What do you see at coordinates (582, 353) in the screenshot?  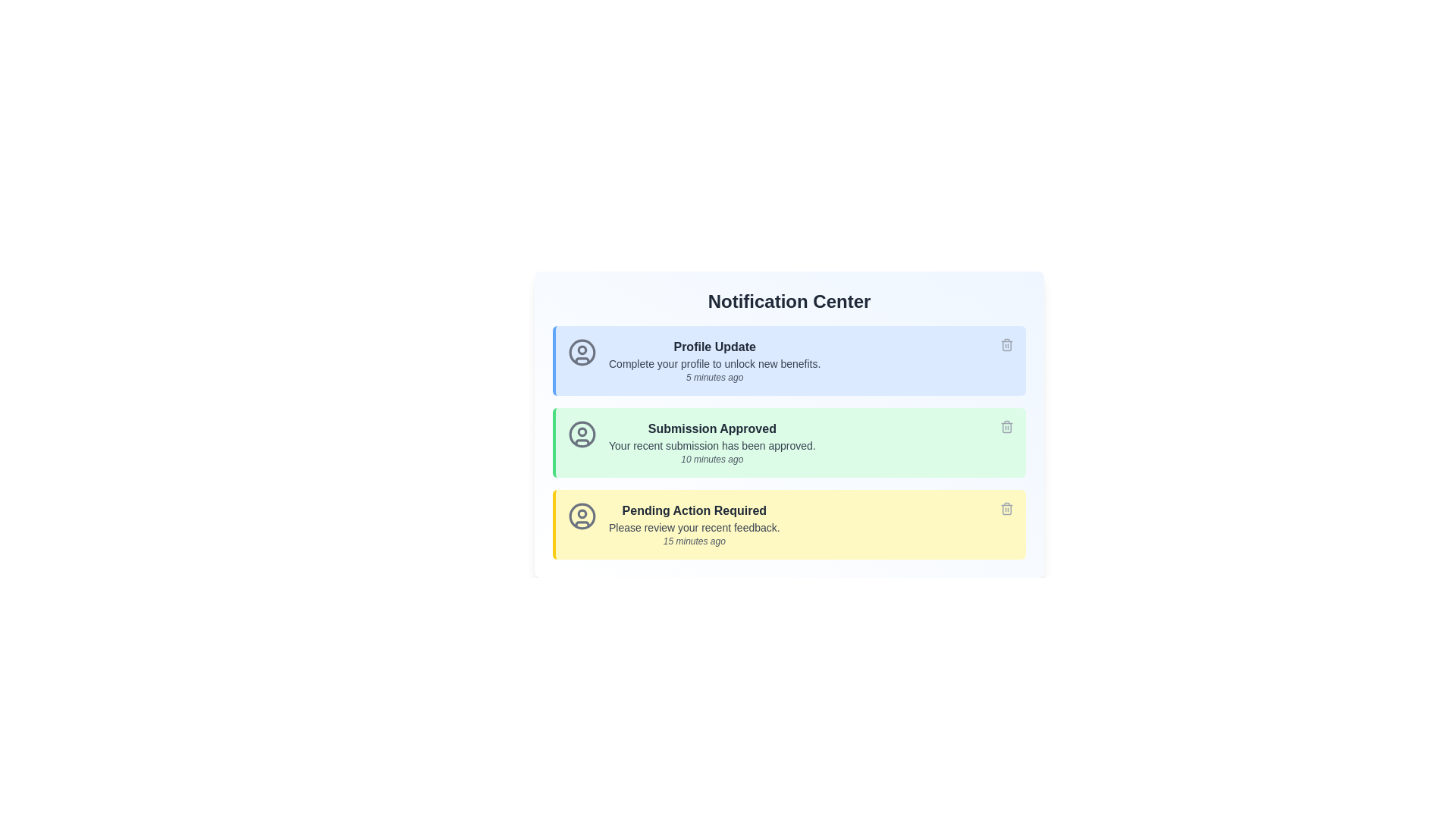 I see `the circular graphical icon resembling a profile or user icon located in the first notification card under the 'Notification Center', adjacent to the title 'Profile Update'` at bounding box center [582, 353].